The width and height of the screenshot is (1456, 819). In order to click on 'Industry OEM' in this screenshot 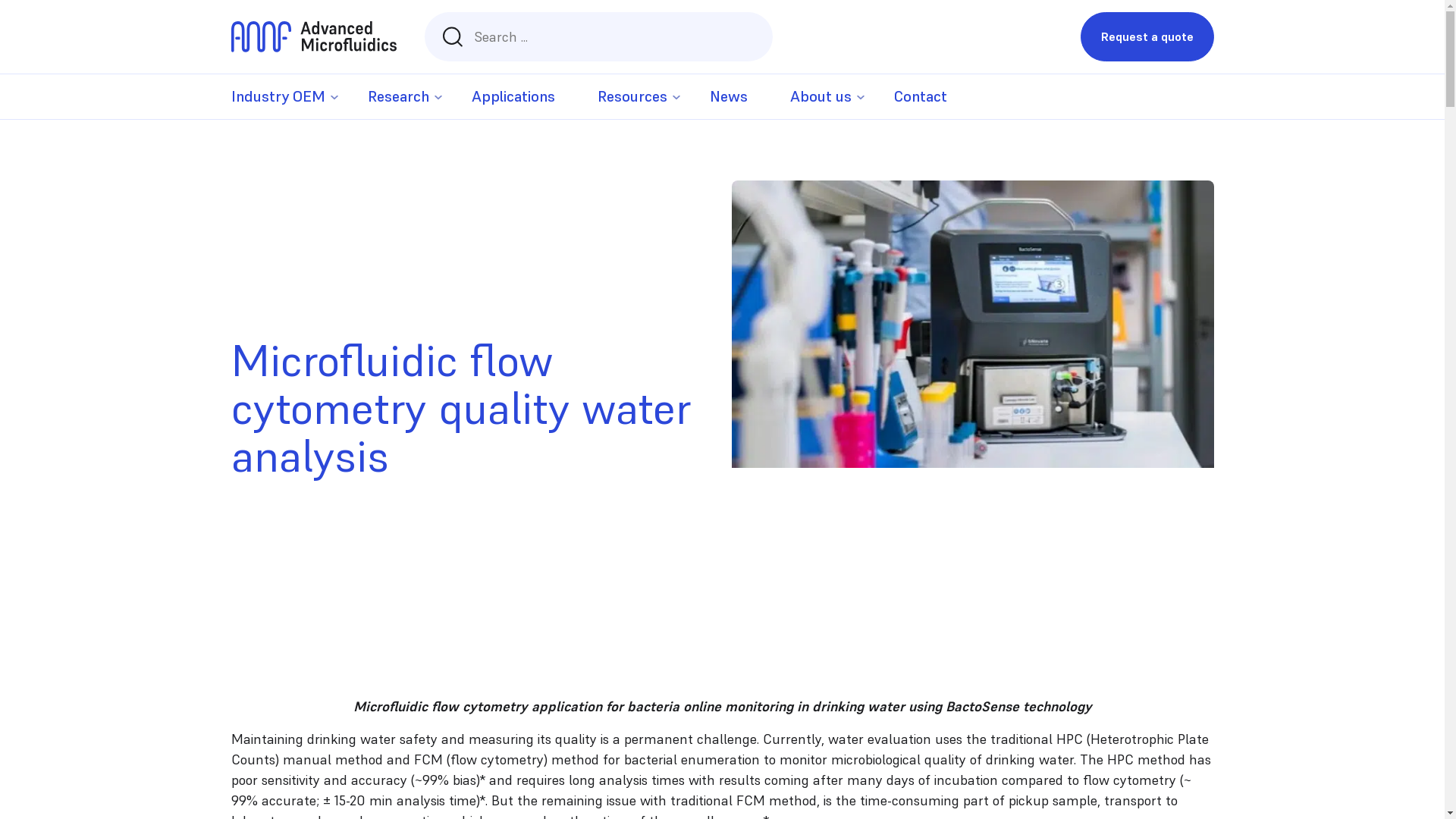, I will do `click(277, 96)`.